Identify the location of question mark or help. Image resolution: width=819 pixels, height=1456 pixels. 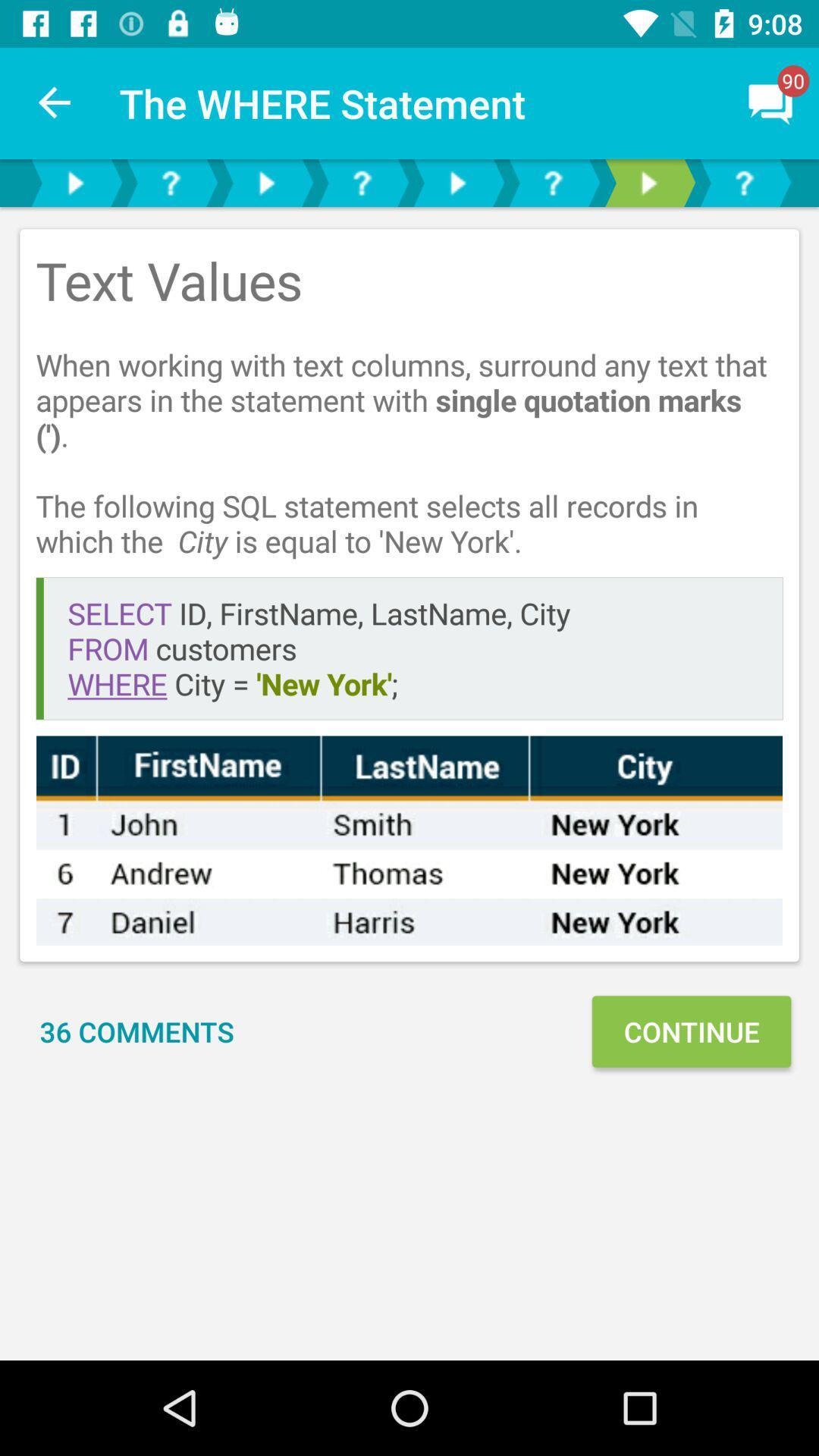
(553, 182).